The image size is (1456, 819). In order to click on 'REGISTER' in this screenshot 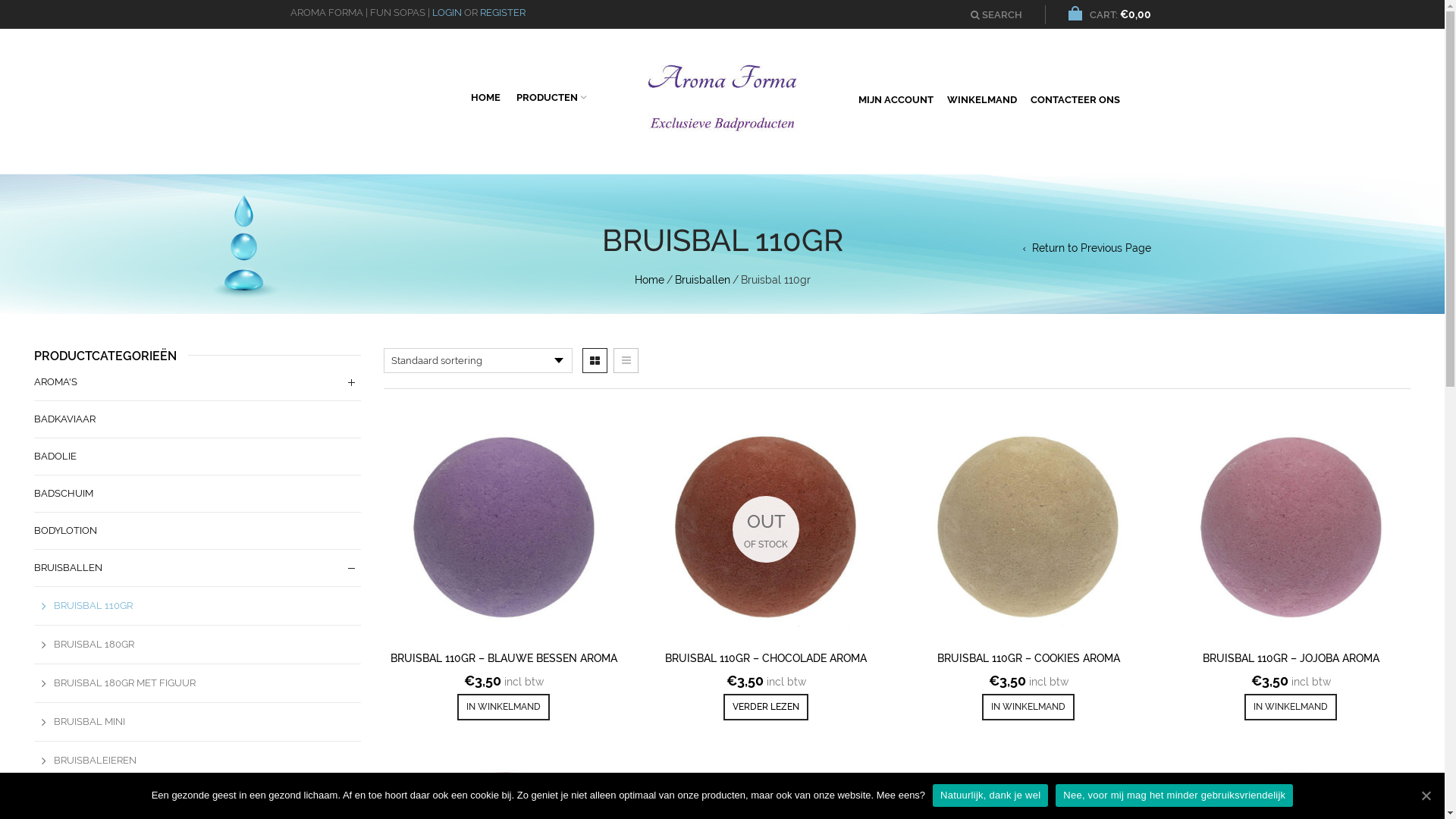, I will do `click(502, 12)`.